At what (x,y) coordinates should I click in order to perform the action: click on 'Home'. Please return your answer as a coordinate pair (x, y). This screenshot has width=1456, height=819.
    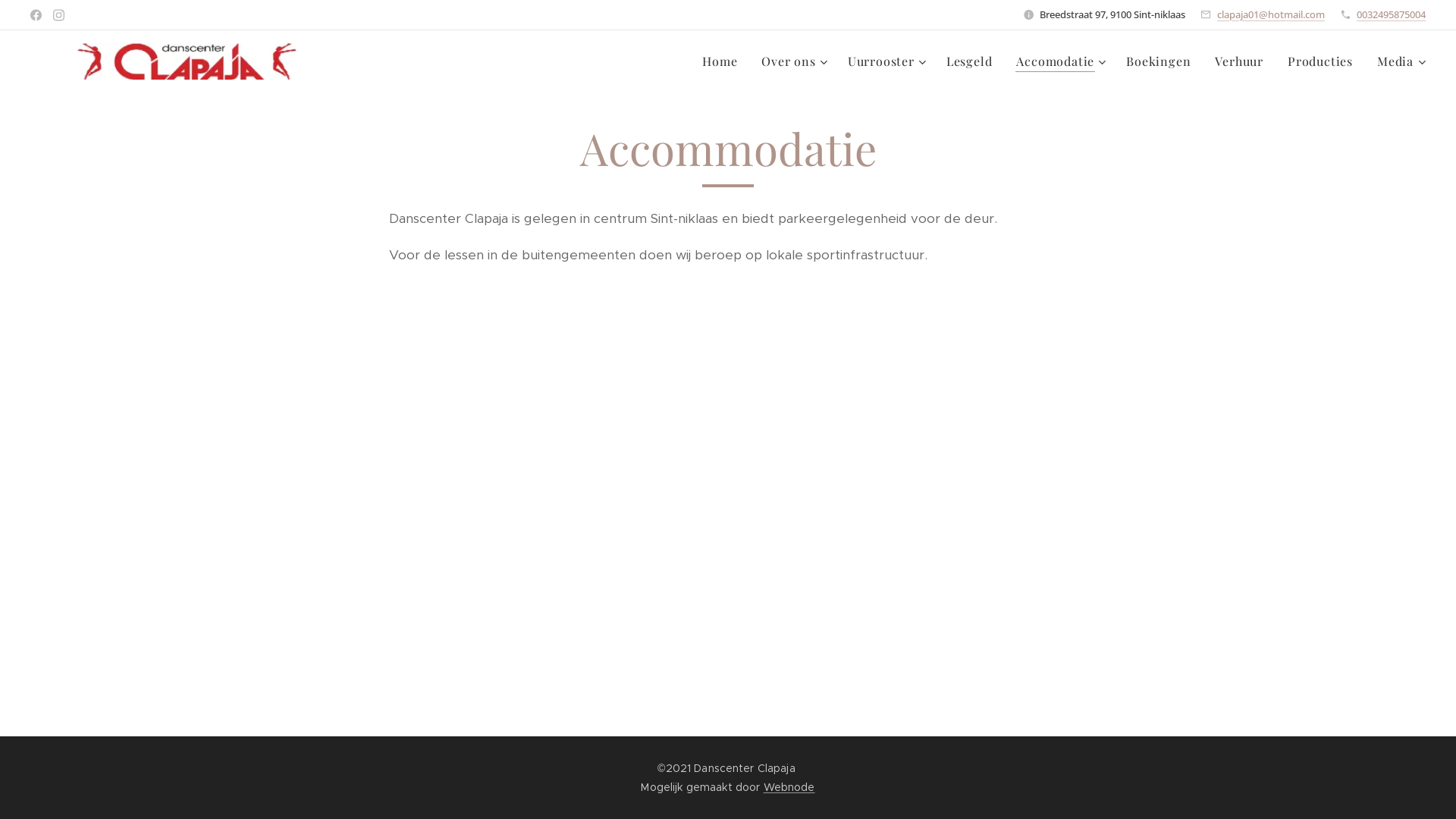
    Looking at the image, I should click on (723, 61).